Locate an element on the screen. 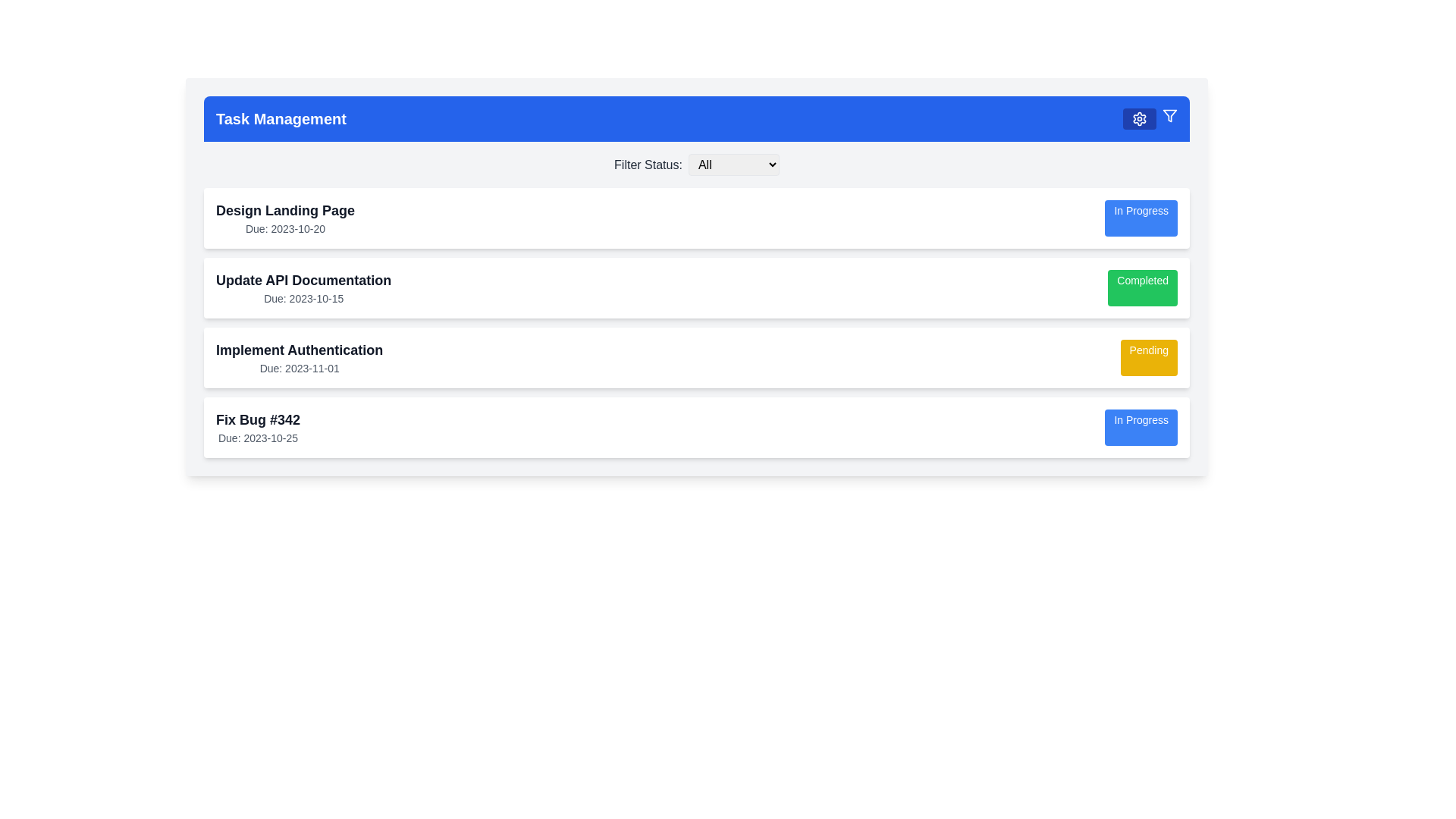  the medium-sized blue button with rounded corners and a settings icon in white at its center, located in the header bar to the left of the filter icon button is located at coordinates (1139, 118).